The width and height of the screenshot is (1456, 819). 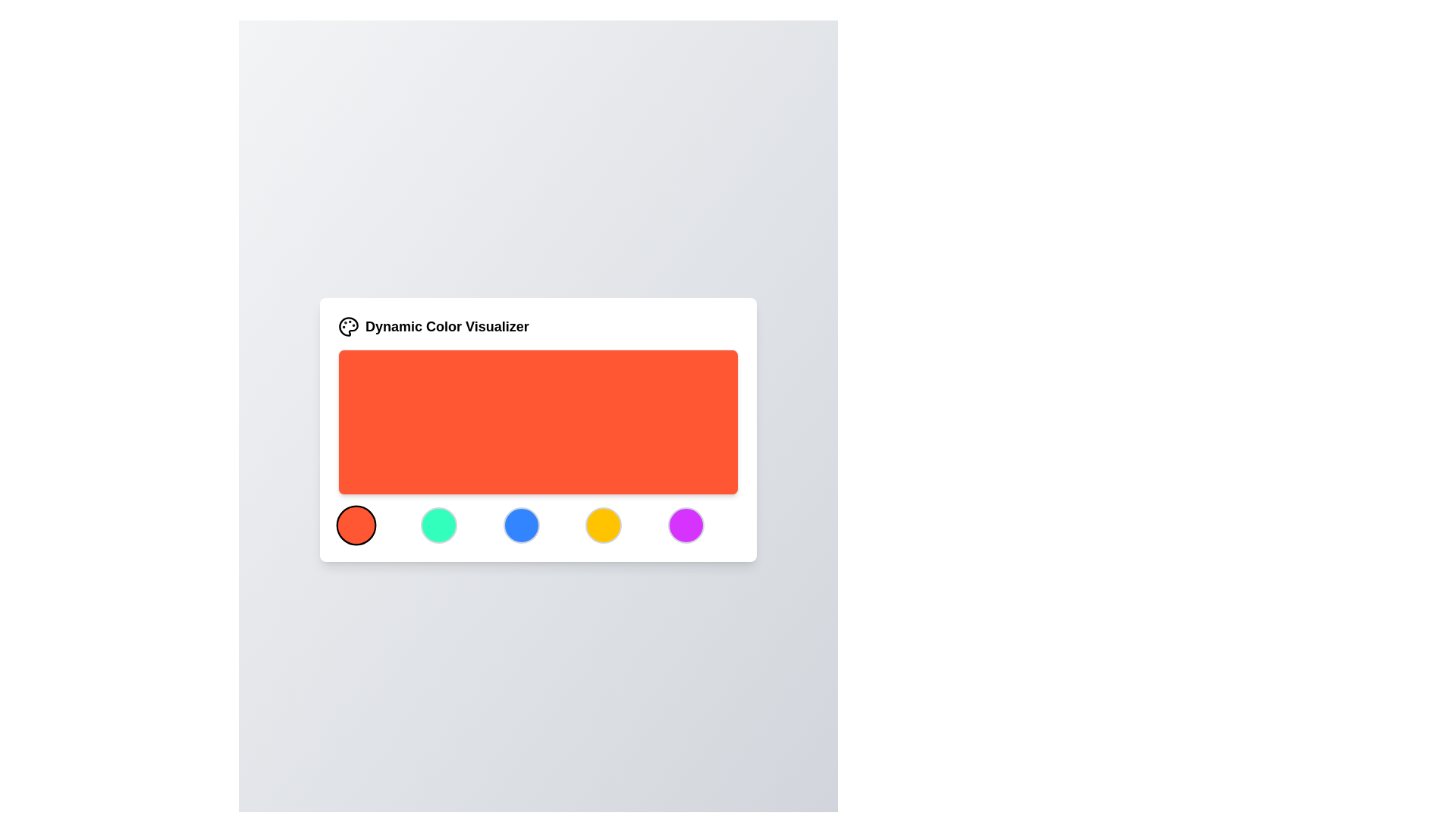 I want to click on the circular yellow button with a gray outline, positioned fourth in a horizontal grid of five, so click(x=603, y=525).